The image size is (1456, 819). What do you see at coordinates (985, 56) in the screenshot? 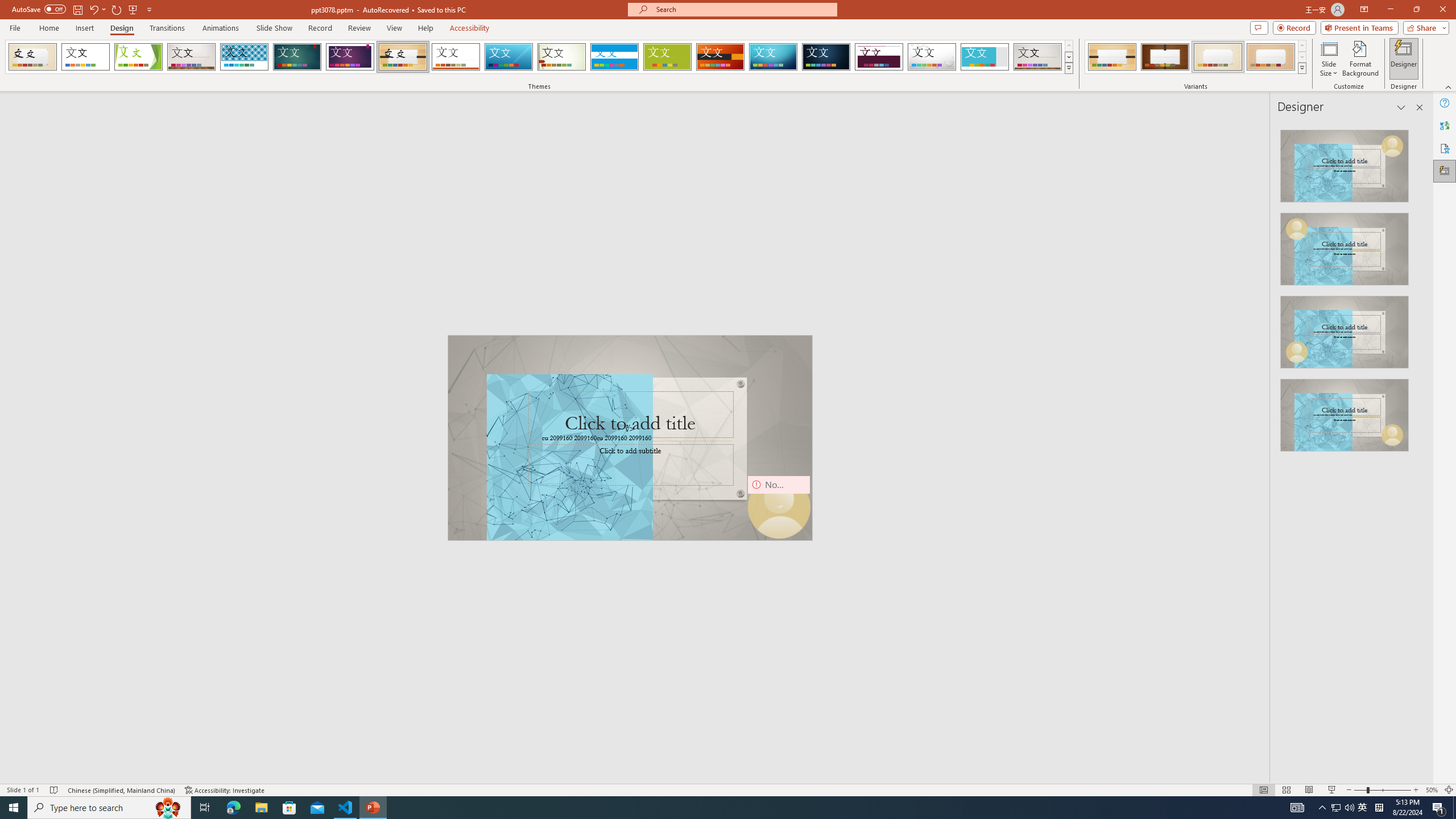
I see `'Frame'` at bounding box center [985, 56].